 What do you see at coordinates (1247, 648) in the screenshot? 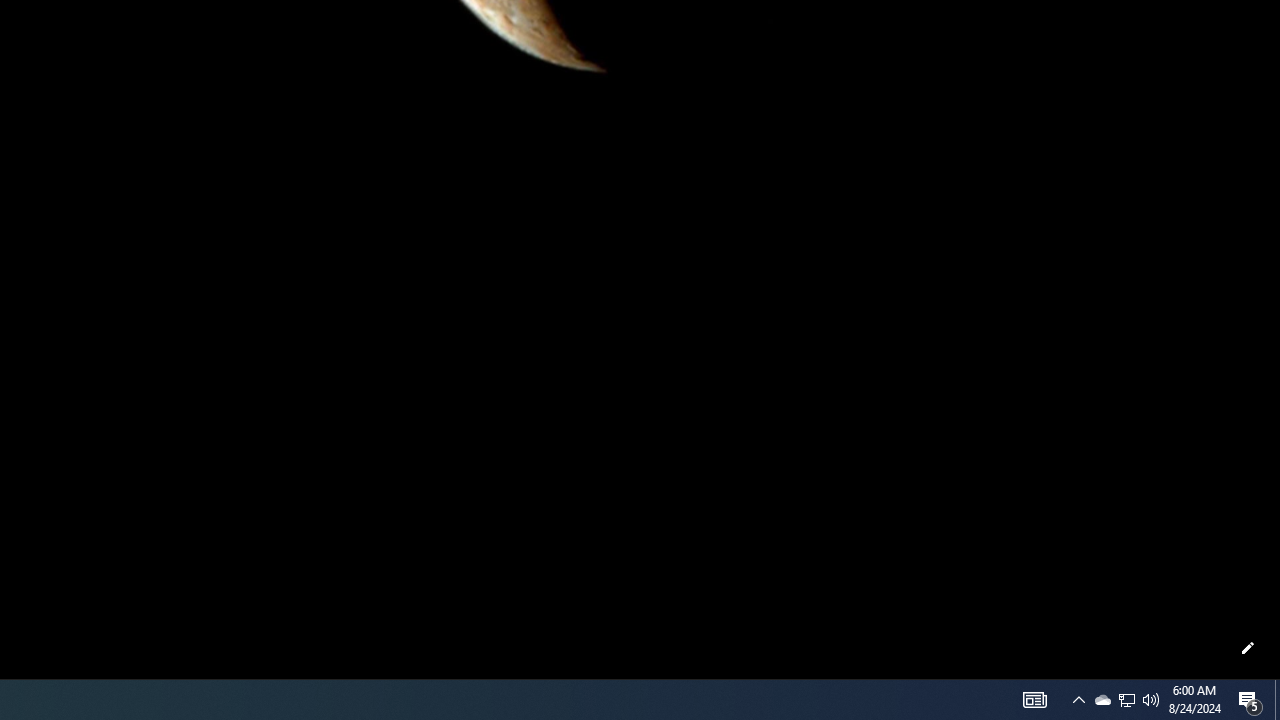
I see `'Customize this page'` at bounding box center [1247, 648].